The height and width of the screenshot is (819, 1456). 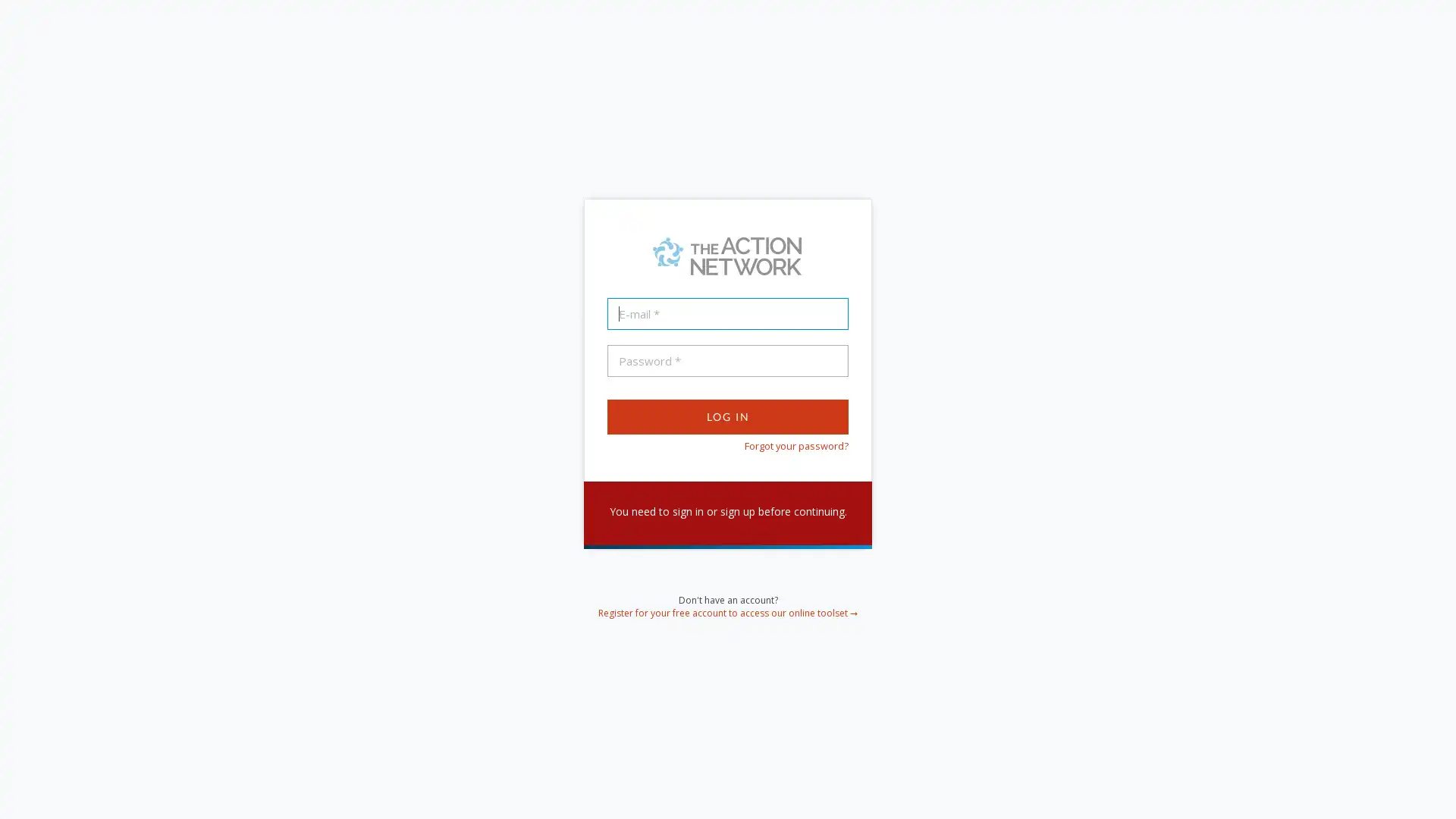 I want to click on Log In, so click(x=728, y=417).